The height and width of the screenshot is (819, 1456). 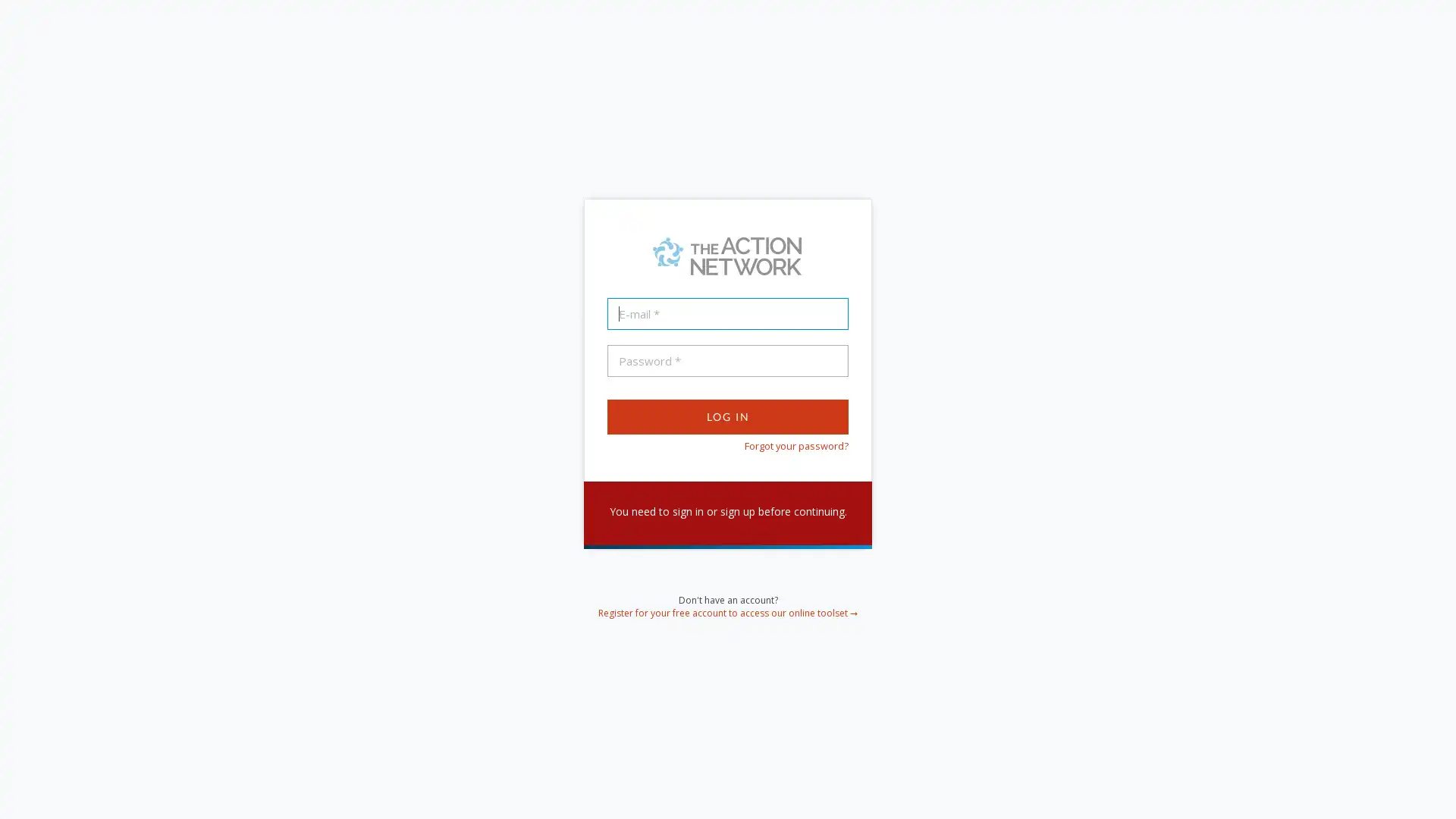 I want to click on Log In, so click(x=728, y=417).